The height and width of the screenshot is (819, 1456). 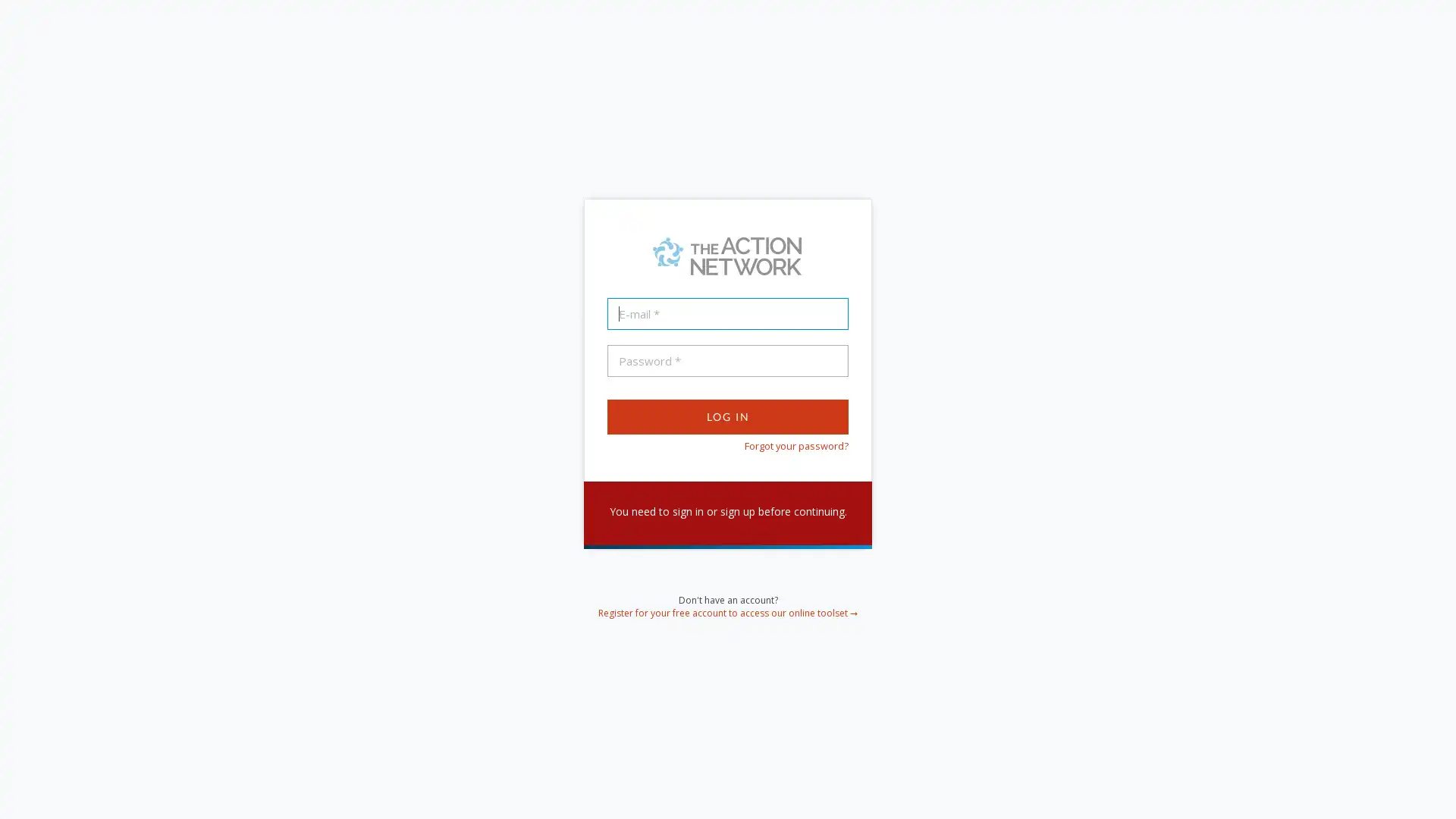 I want to click on Log In, so click(x=728, y=417).